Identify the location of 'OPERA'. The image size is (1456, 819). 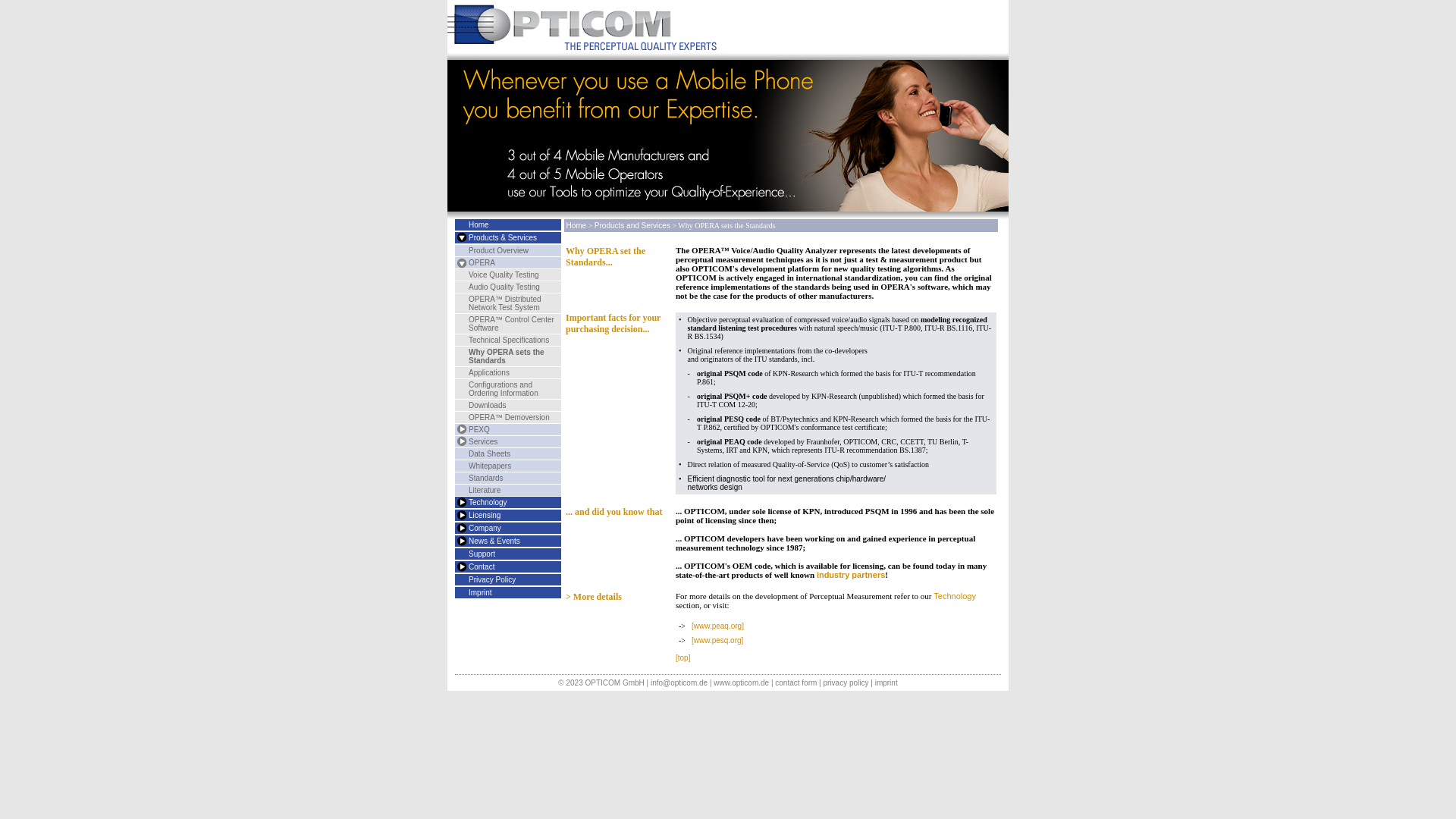
(481, 262).